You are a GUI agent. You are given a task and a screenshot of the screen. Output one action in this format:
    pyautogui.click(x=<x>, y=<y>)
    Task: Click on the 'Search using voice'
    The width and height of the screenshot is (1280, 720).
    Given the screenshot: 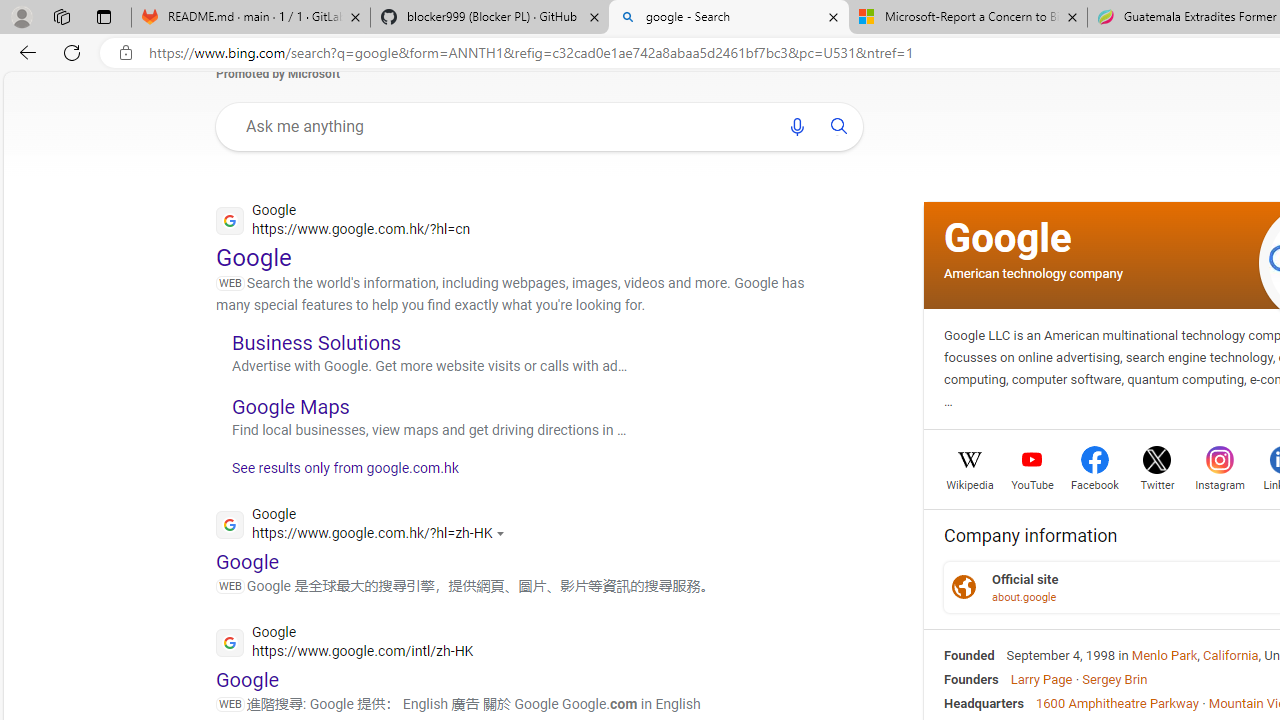 What is the action you would take?
    pyautogui.click(x=796, y=126)
    